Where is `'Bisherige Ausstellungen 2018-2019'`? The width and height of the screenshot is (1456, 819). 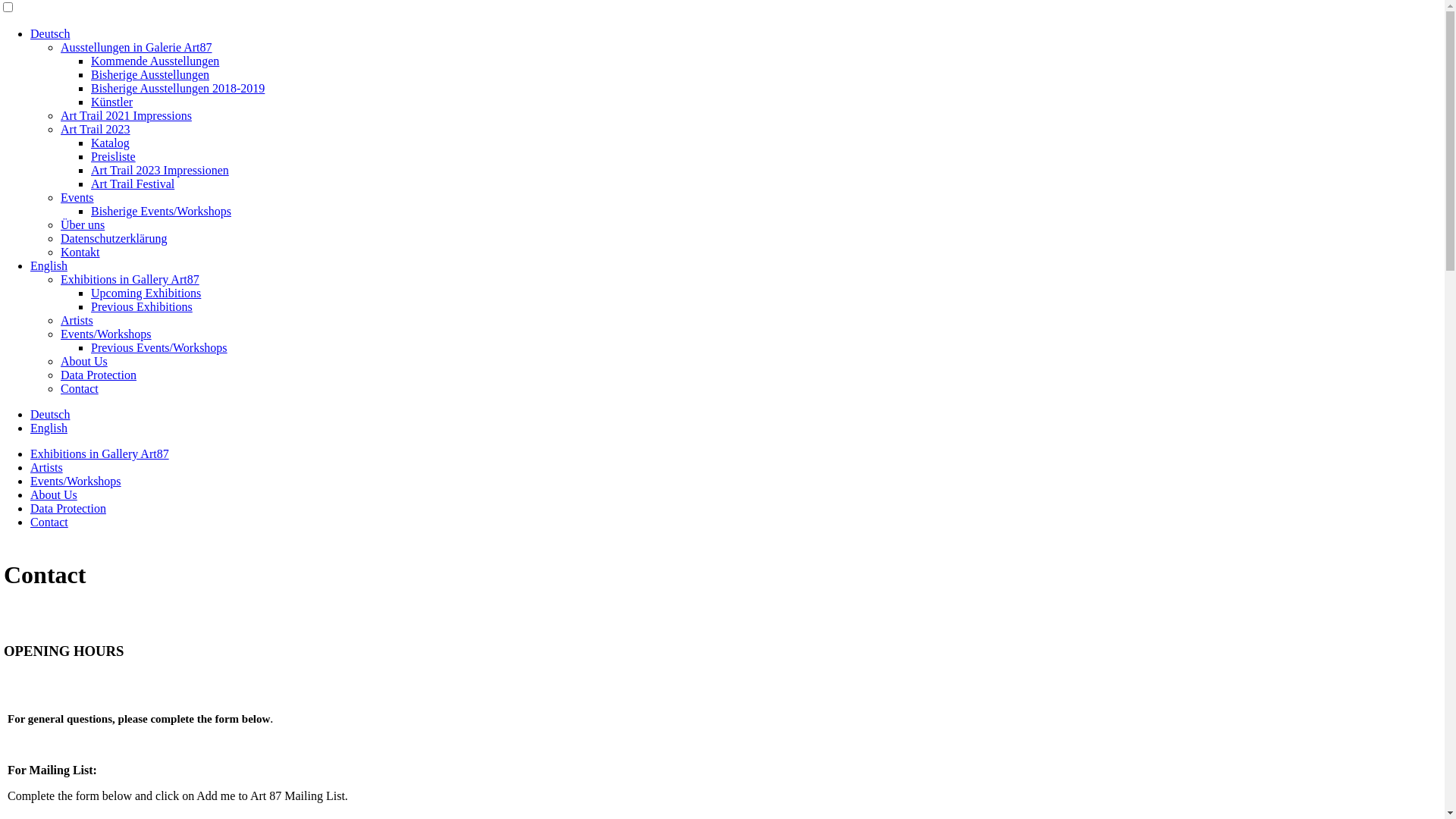 'Bisherige Ausstellungen 2018-2019' is located at coordinates (177, 88).